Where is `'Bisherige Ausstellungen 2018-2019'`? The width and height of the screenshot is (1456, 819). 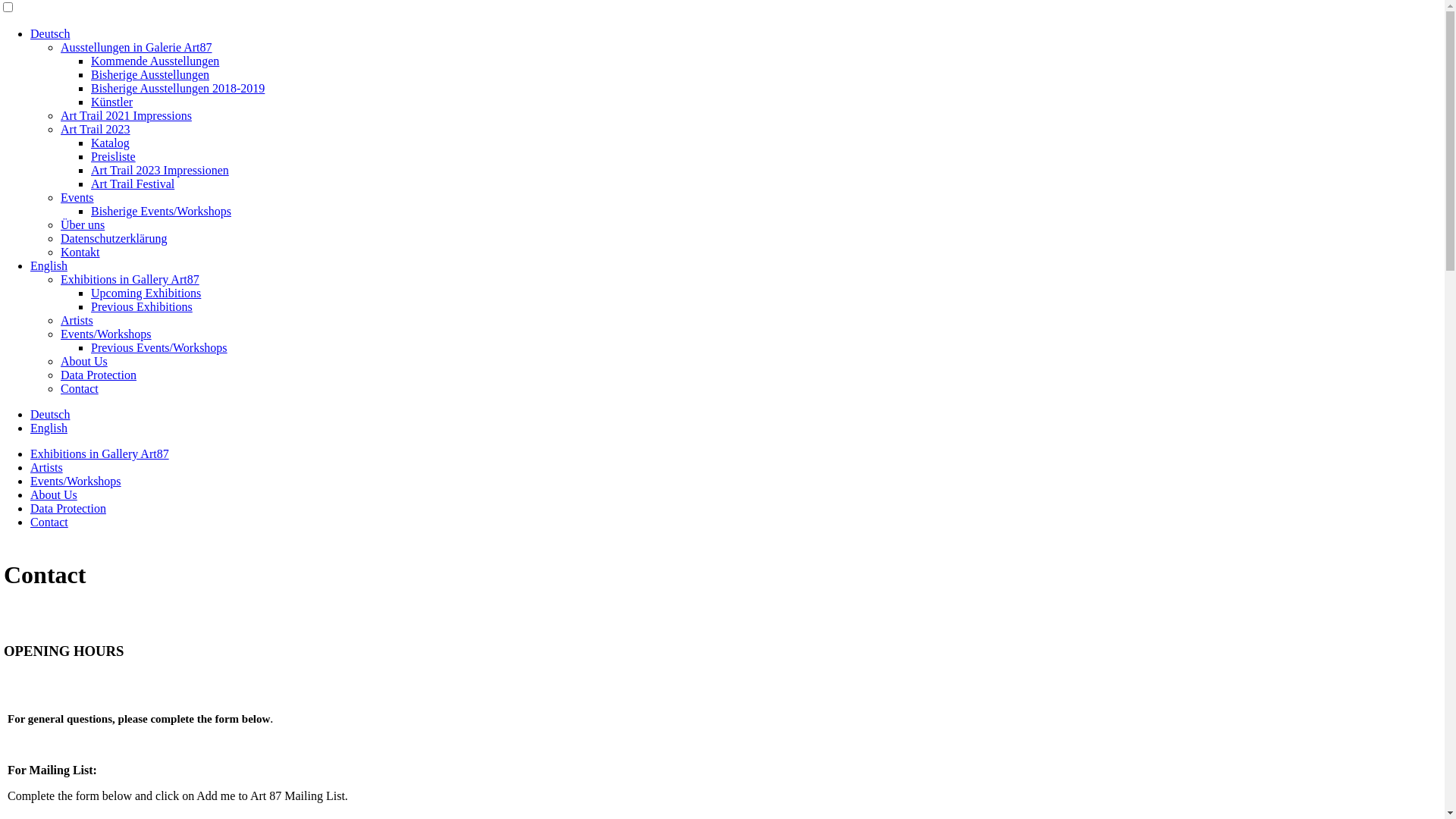 'Bisherige Ausstellungen 2018-2019' is located at coordinates (177, 88).